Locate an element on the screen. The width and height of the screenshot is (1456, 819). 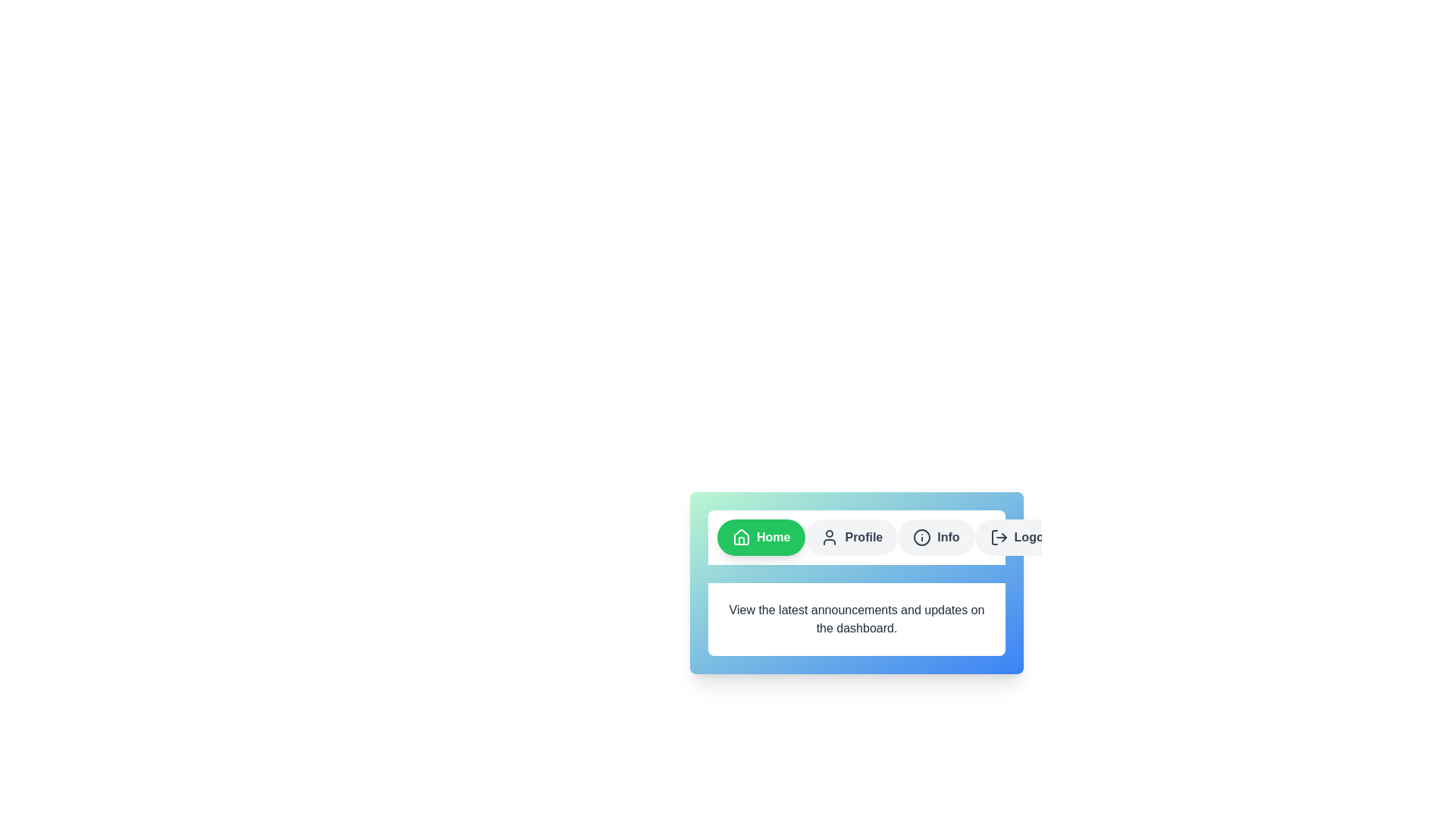
the navigation button located at the far-left of the horizontal row in the navigation bar to redirect to the homepage is located at coordinates (761, 537).